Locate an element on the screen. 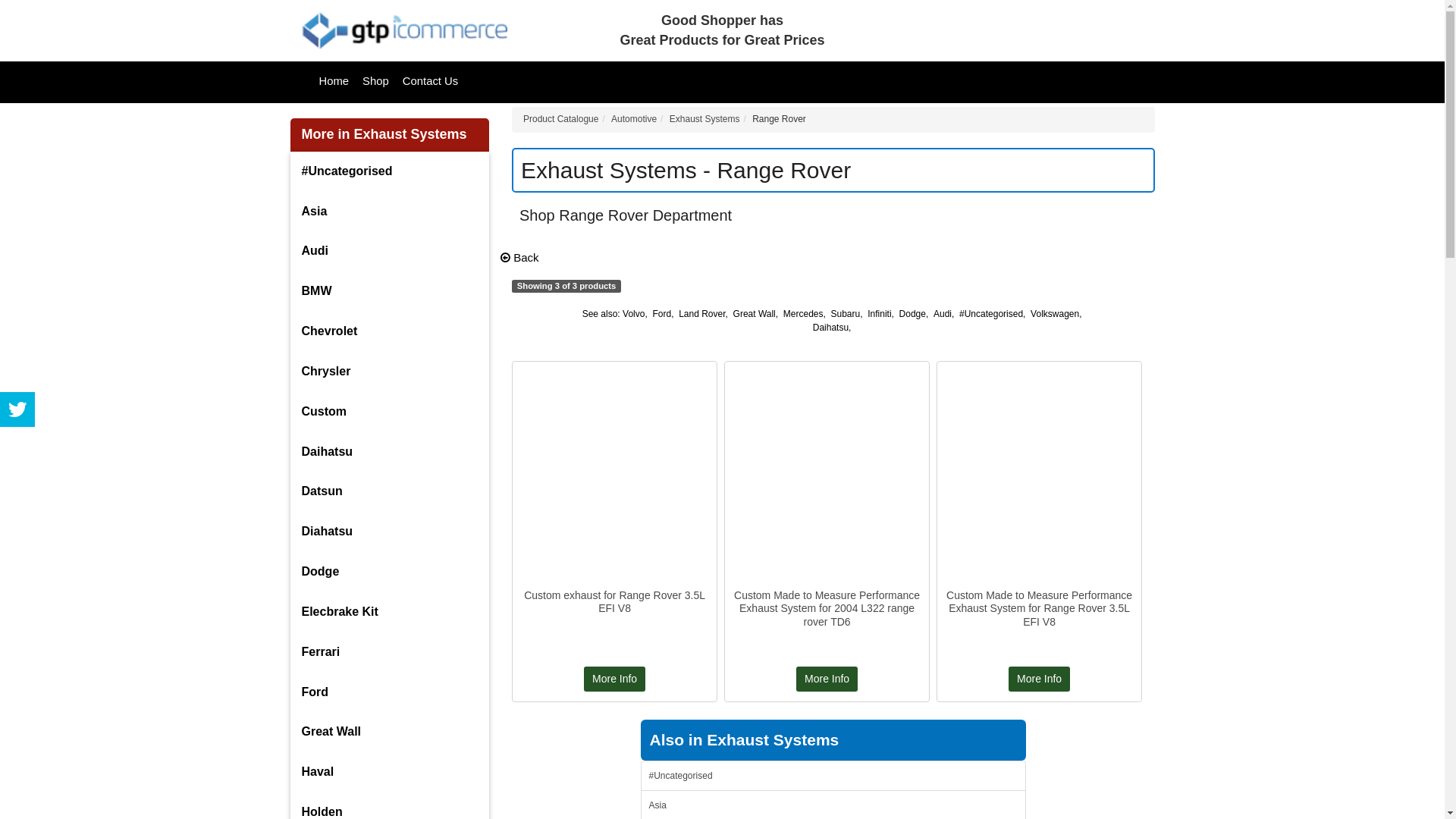 This screenshot has height=819, width=1456. 'Diahatsu' is located at coordinates (389, 531).